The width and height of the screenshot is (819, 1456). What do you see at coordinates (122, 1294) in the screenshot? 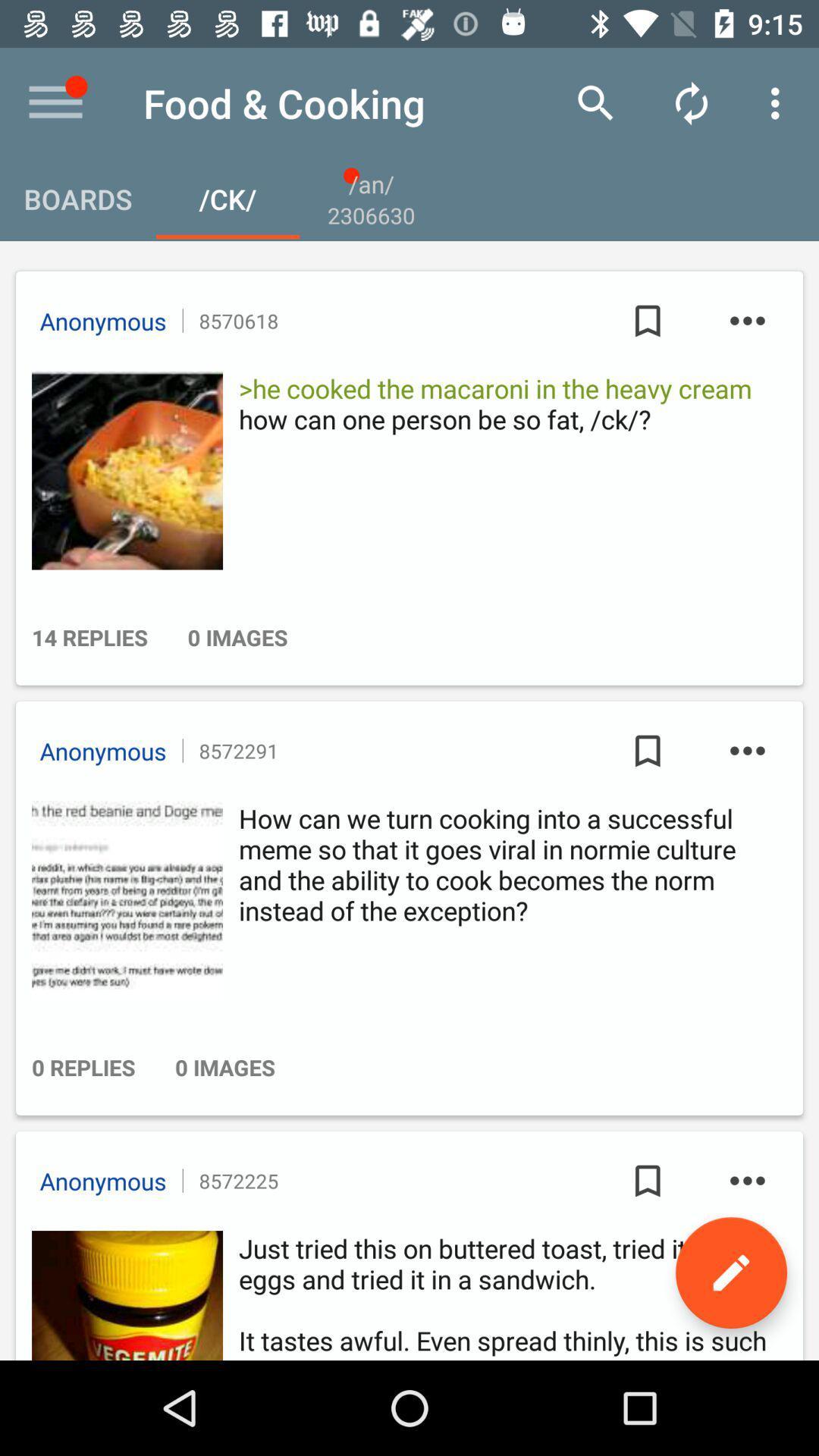
I see `advertisement` at bounding box center [122, 1294].